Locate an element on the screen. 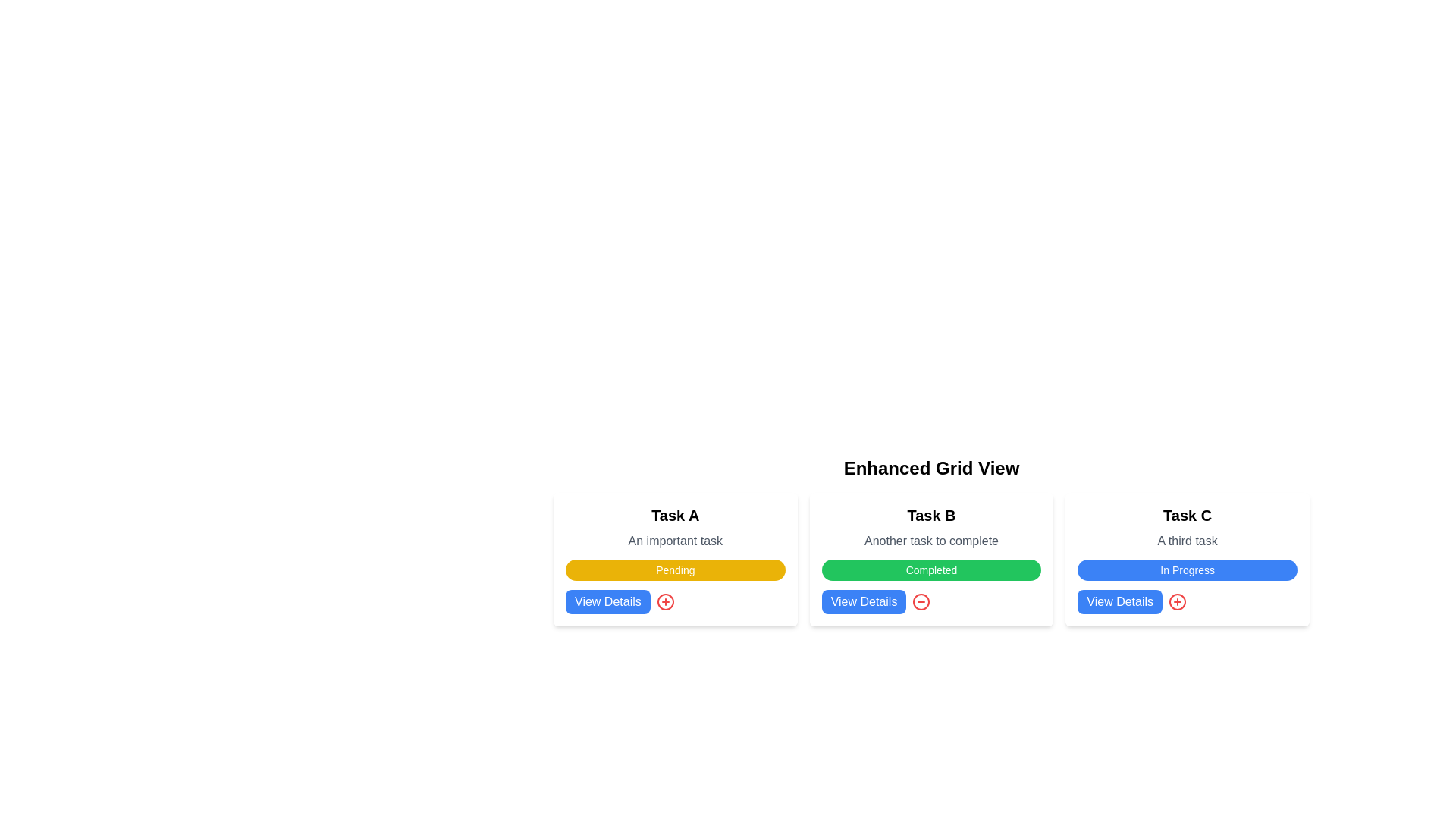 Image resolution: width=1456 pixels, height=819 pixels. the Status Indicator Label that represents the task status 'In Progress' within the card labeled 'Task C', located below 'A third task' and above 'View Details' is located at coordinates (1187, 570).